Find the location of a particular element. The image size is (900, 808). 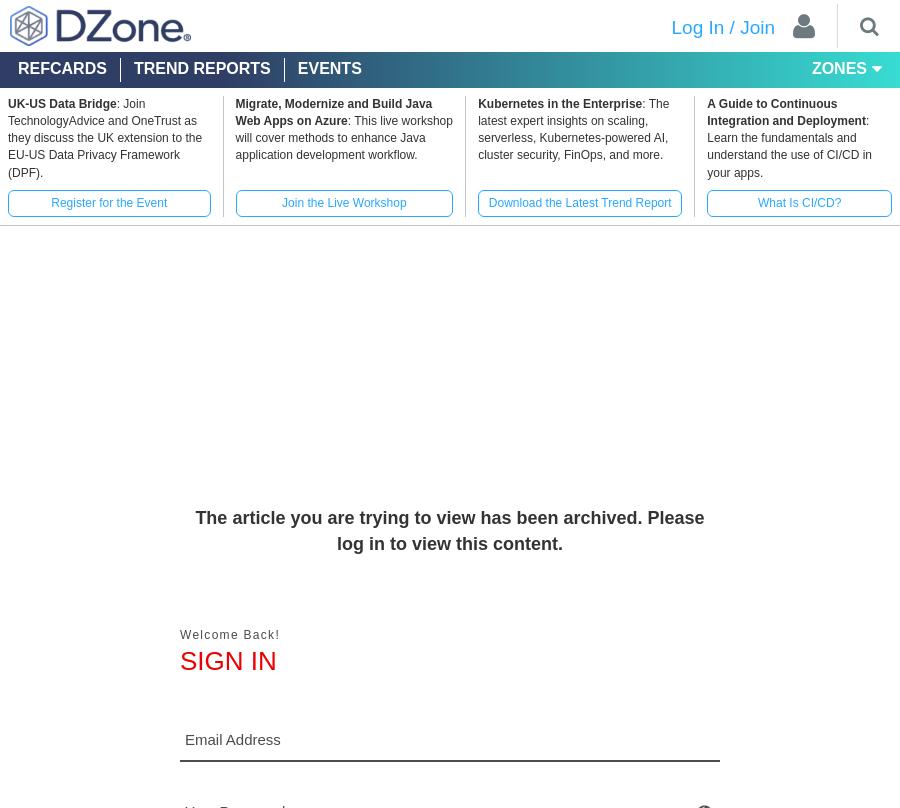

'Welcome Back!' is located at coordinates (228, 635).